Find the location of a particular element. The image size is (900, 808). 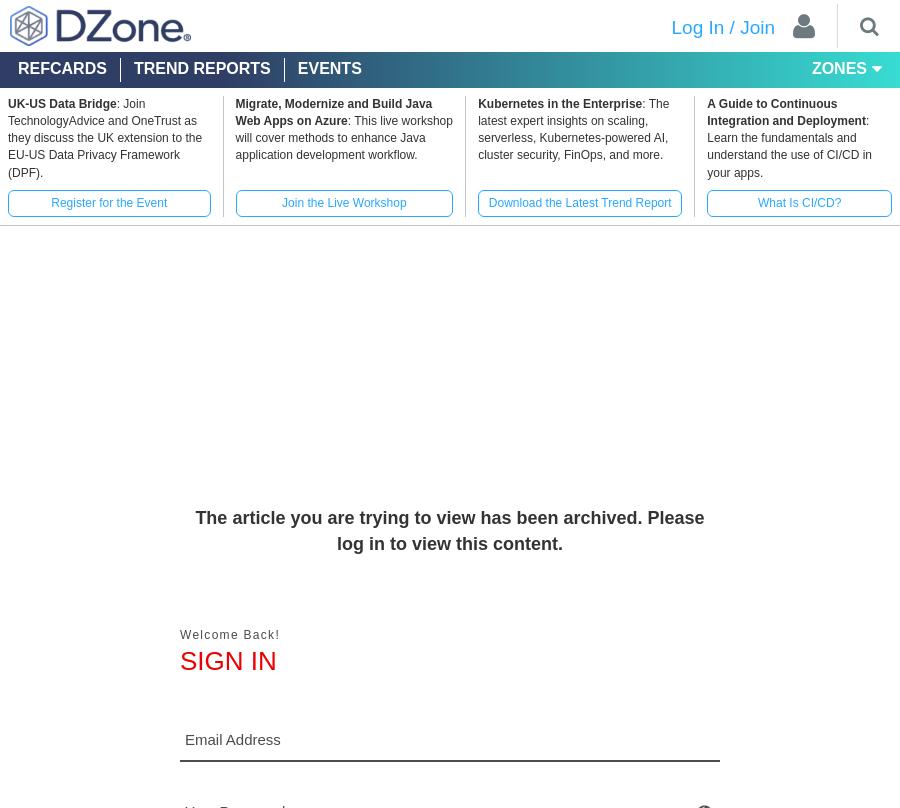

'Welcome Back!' is located at coordinates (228, 635).